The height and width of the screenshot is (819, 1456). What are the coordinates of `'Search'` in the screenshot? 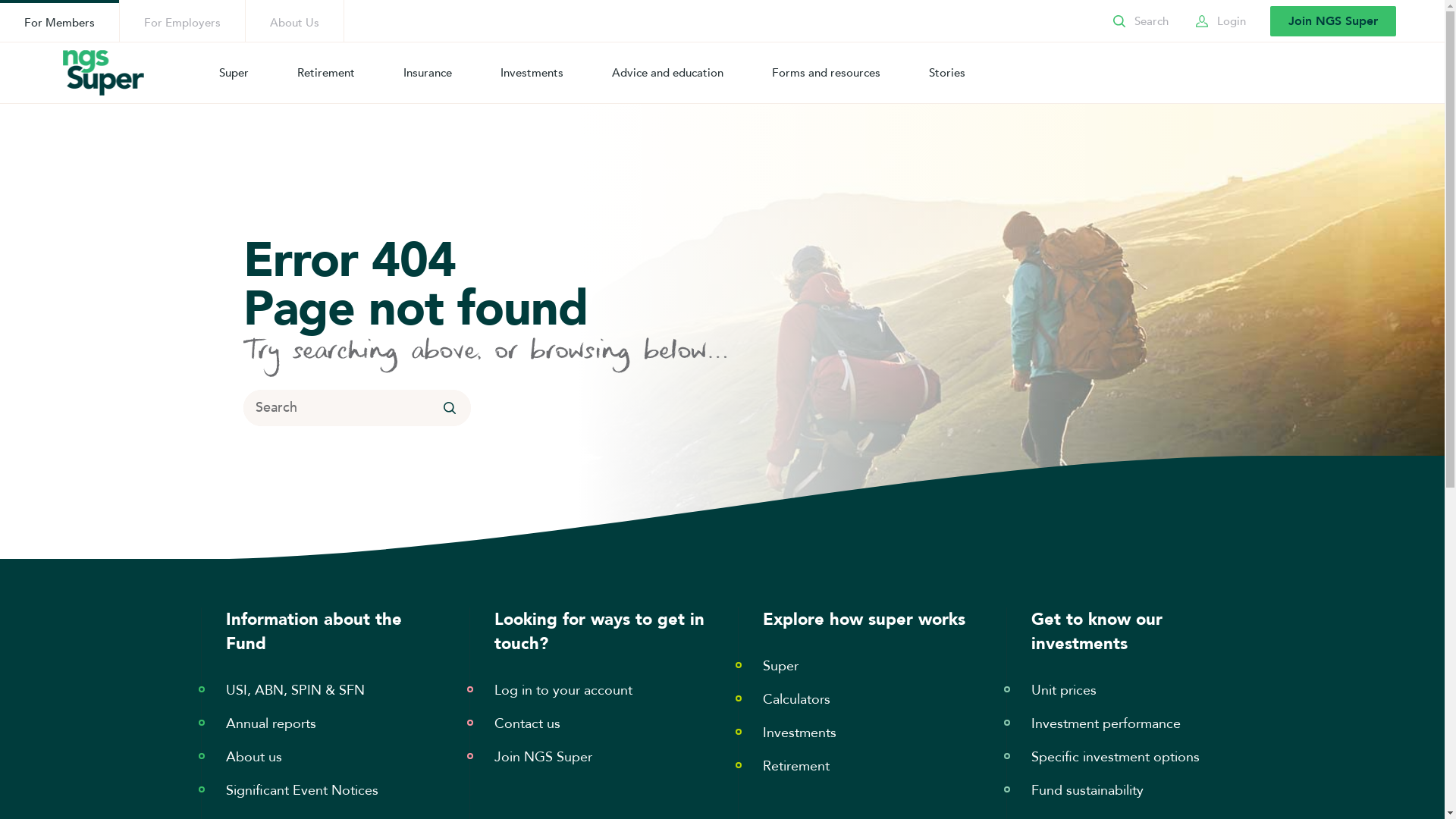 It's located at (1139, 20).